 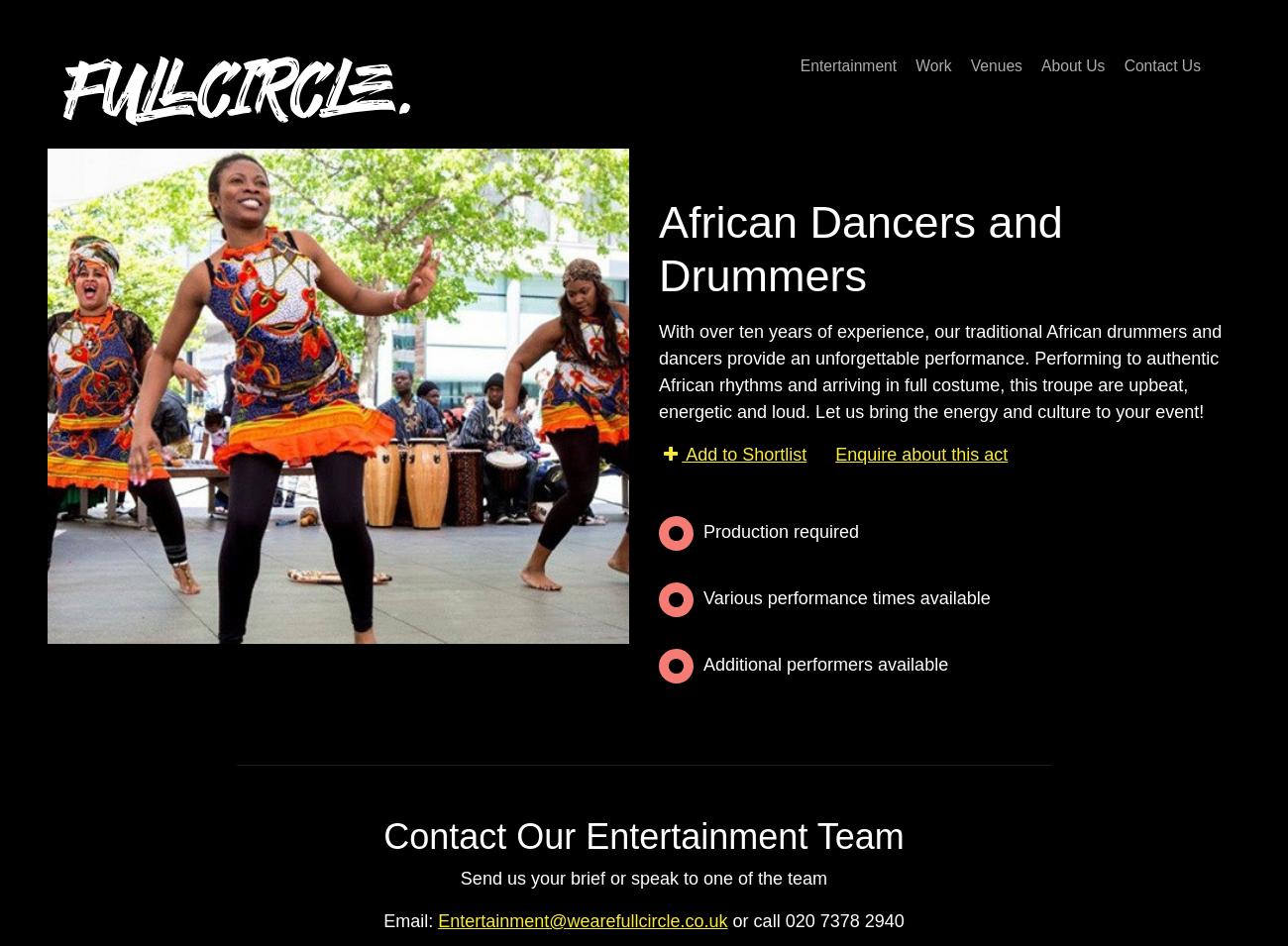 I want to click on 'Add to Shortlist', so click(x=744, y=453).